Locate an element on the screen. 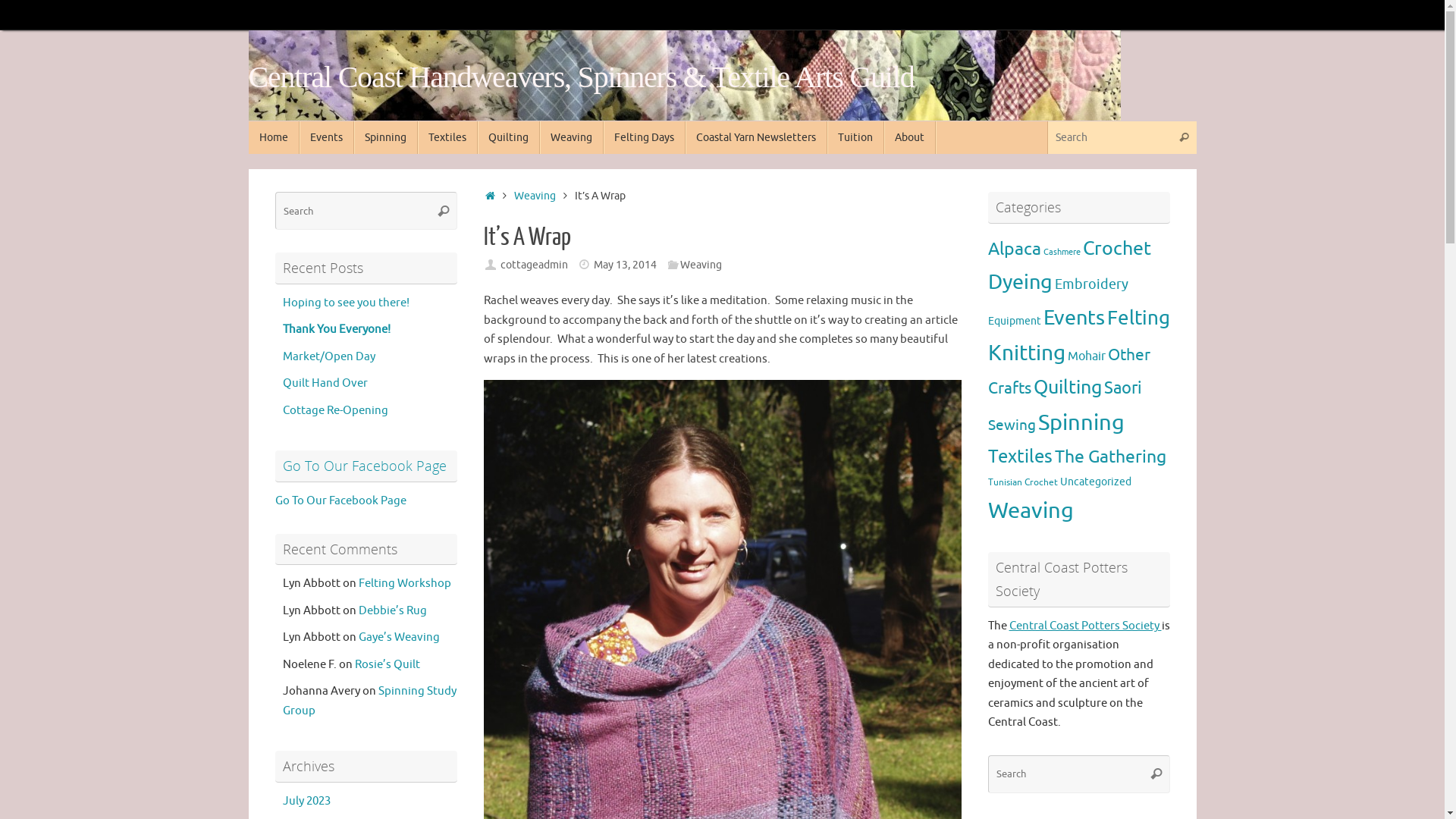  'Central Coast Potters Society' is located at coordinates (1084, 626).